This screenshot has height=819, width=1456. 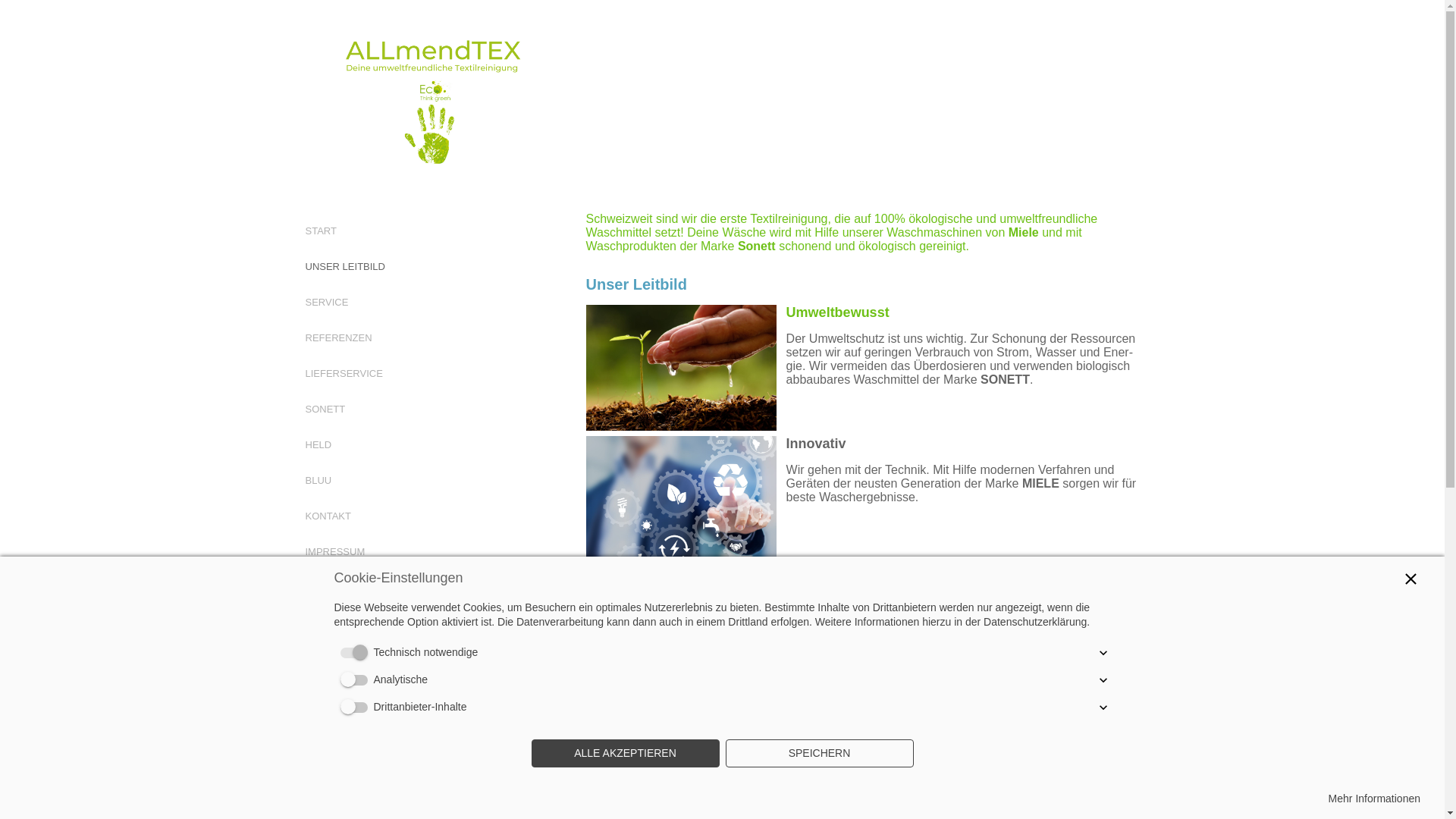 I want to click on 'IMPRESSUM', so click(x=334, y=551).